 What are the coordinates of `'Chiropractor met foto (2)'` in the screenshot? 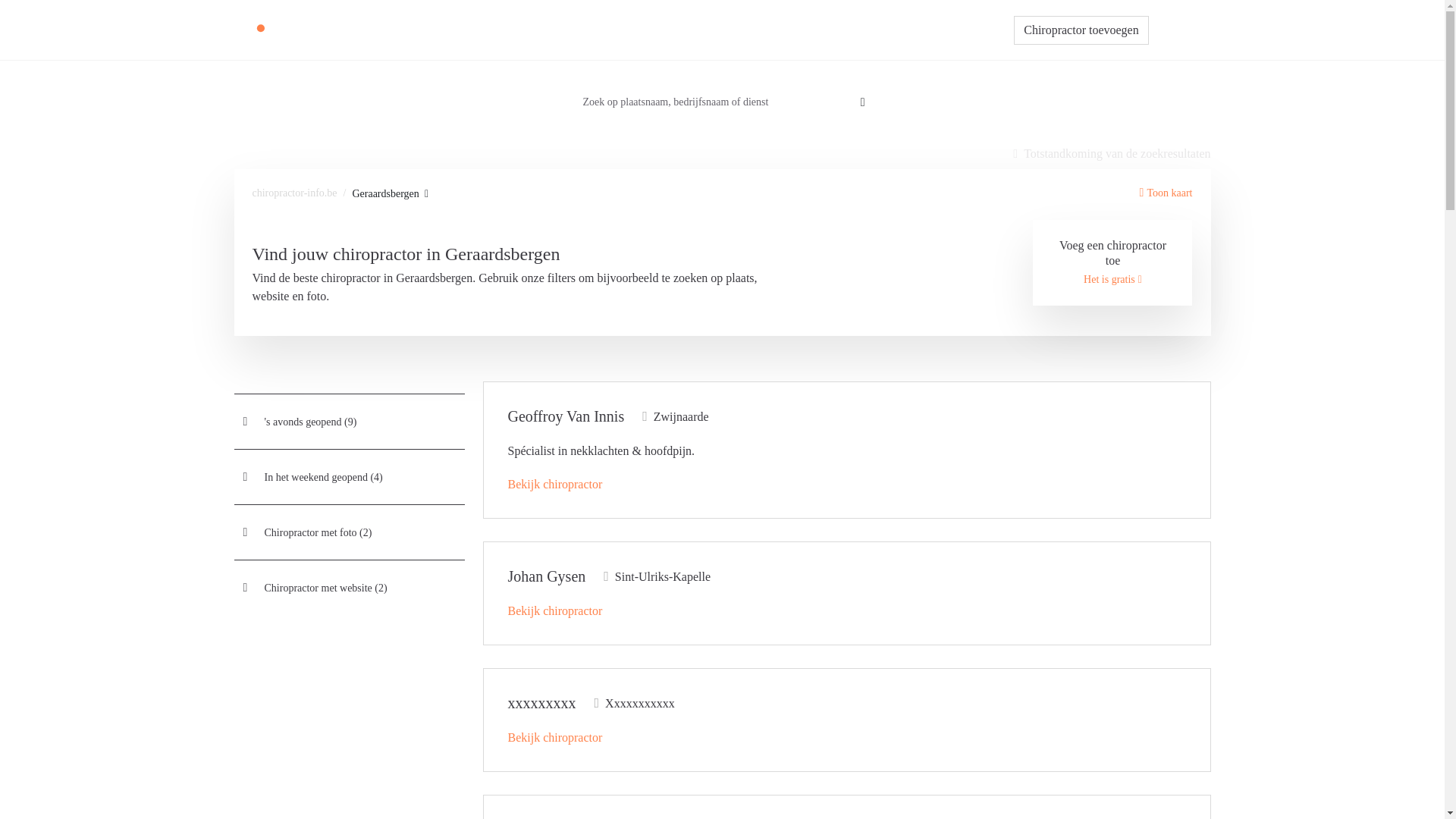 It's located at (348, 532).